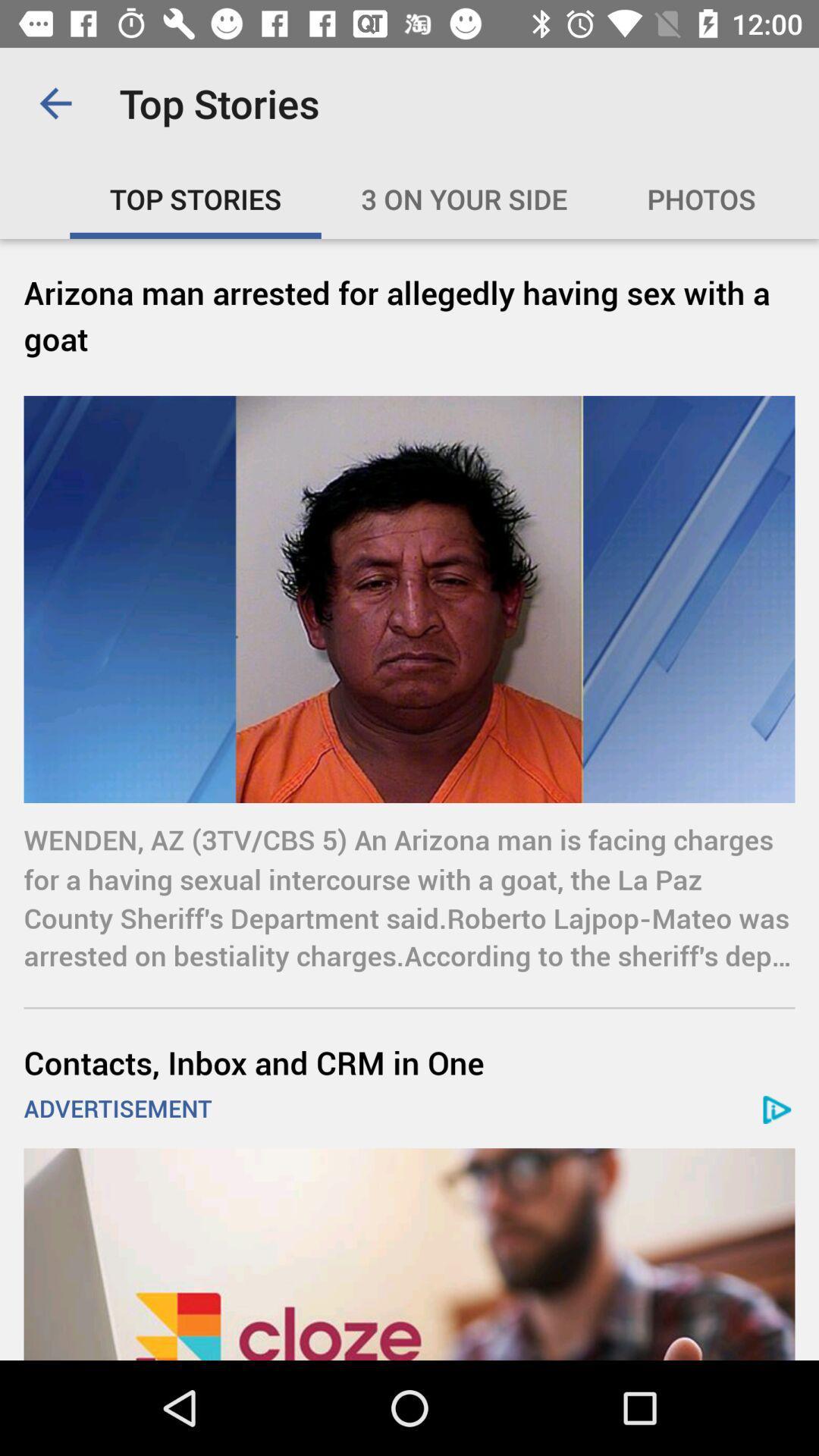 The image size is (819, 1456). Describe the element at coordinates (409, 1254) in the screenshot. I see `open advertisement link` at that location.